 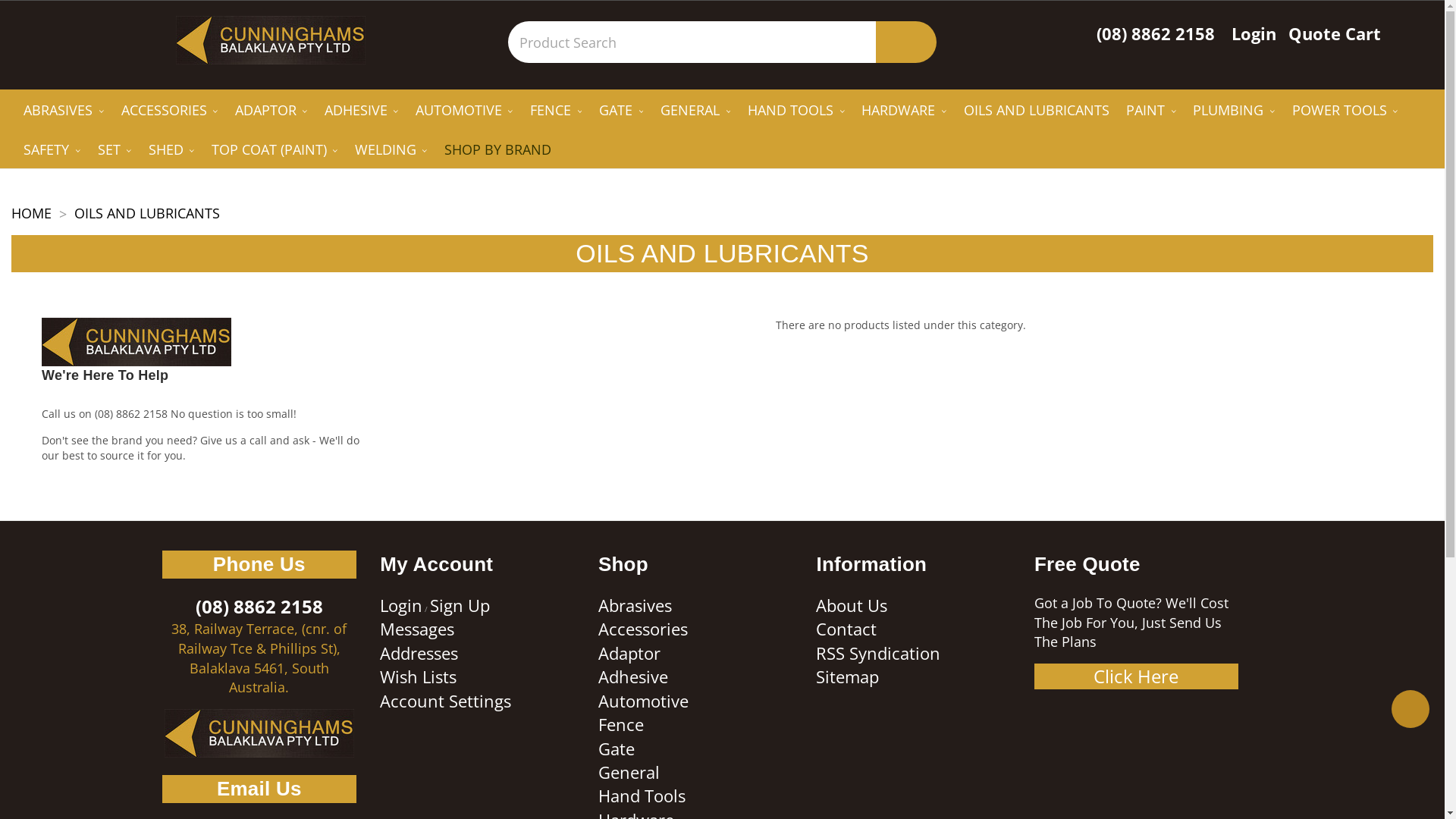 I want to click on 'ABRASIVES', so click(x=63, y=111).